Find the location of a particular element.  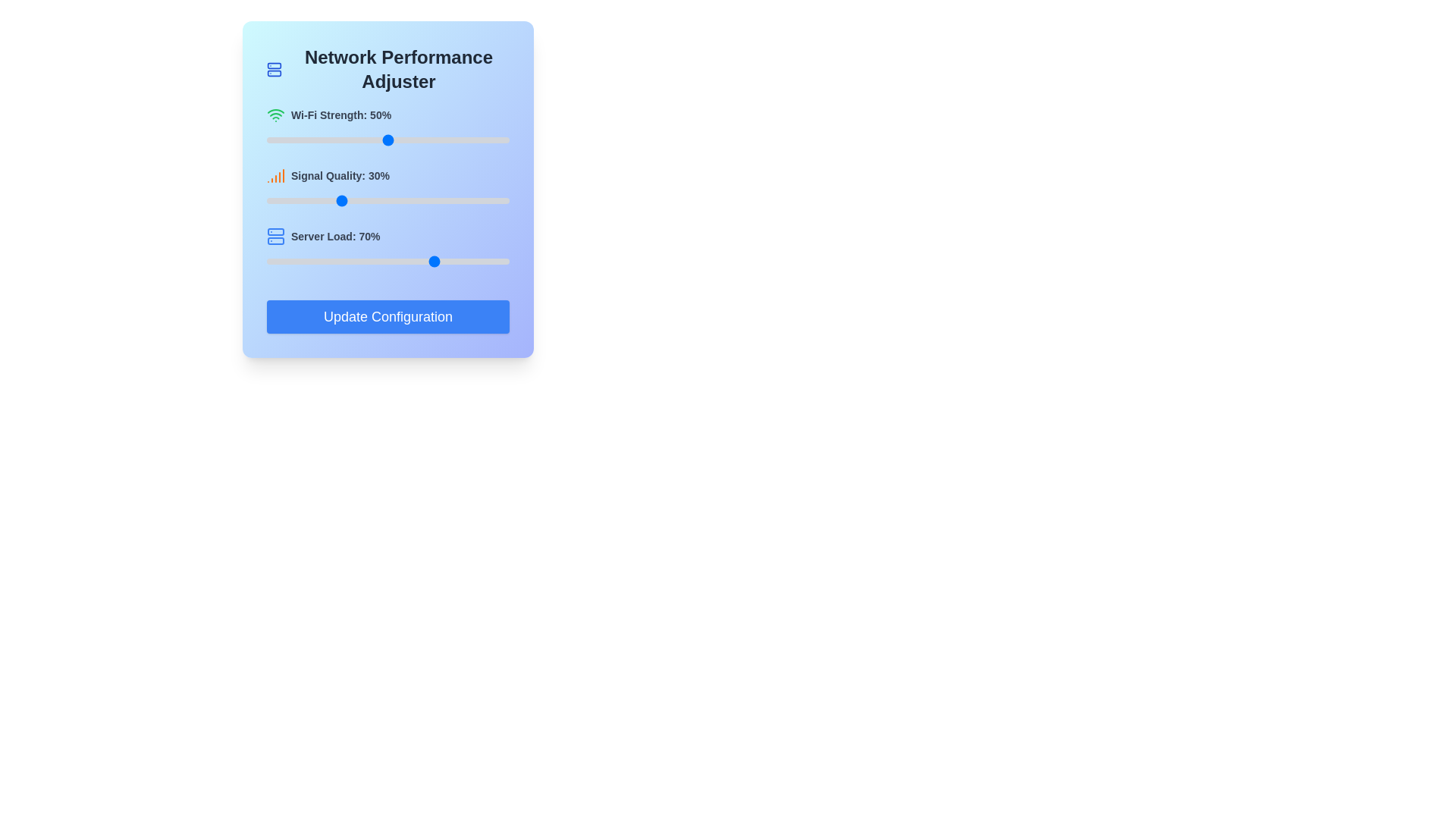

Wi-Fi strength is located at coordinates (463, 140).